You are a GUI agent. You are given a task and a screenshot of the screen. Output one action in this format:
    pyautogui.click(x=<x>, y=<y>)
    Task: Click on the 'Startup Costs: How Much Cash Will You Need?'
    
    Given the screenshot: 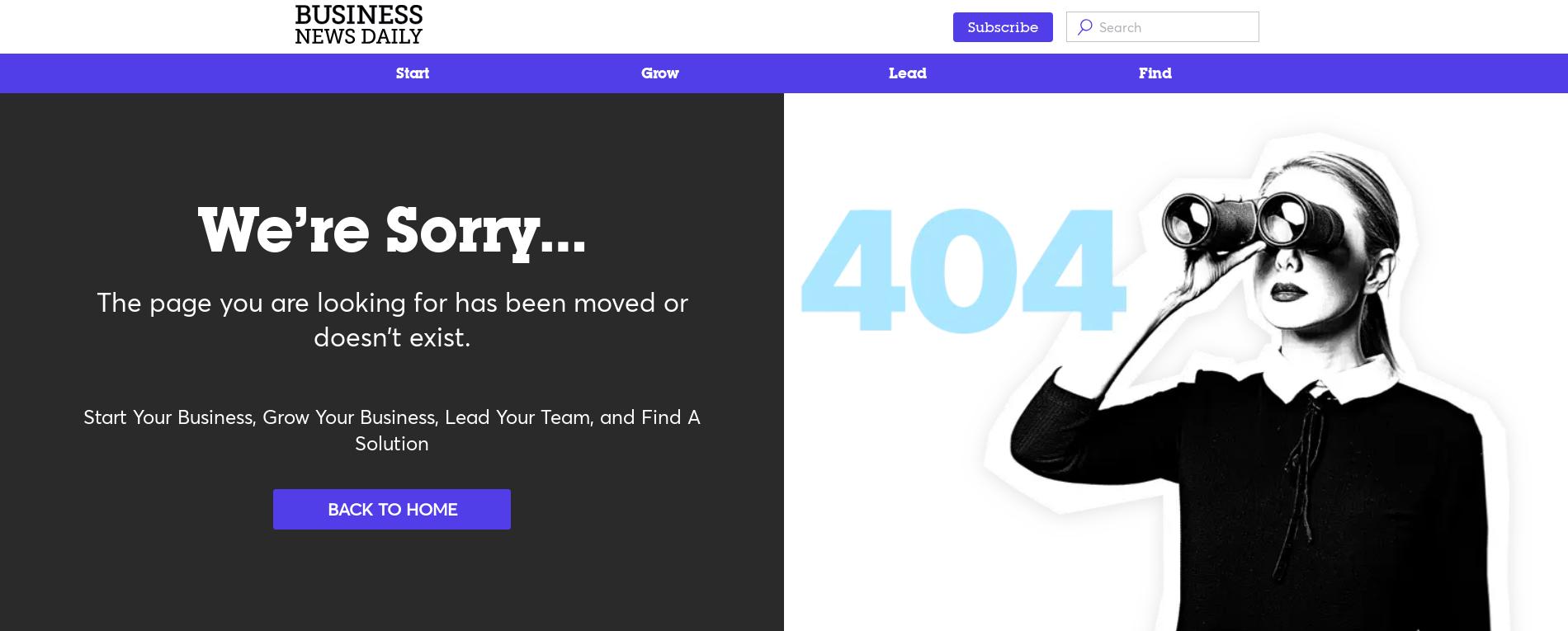 What is the action you would take?
    pyautogui.click(x=291, y=194)
    